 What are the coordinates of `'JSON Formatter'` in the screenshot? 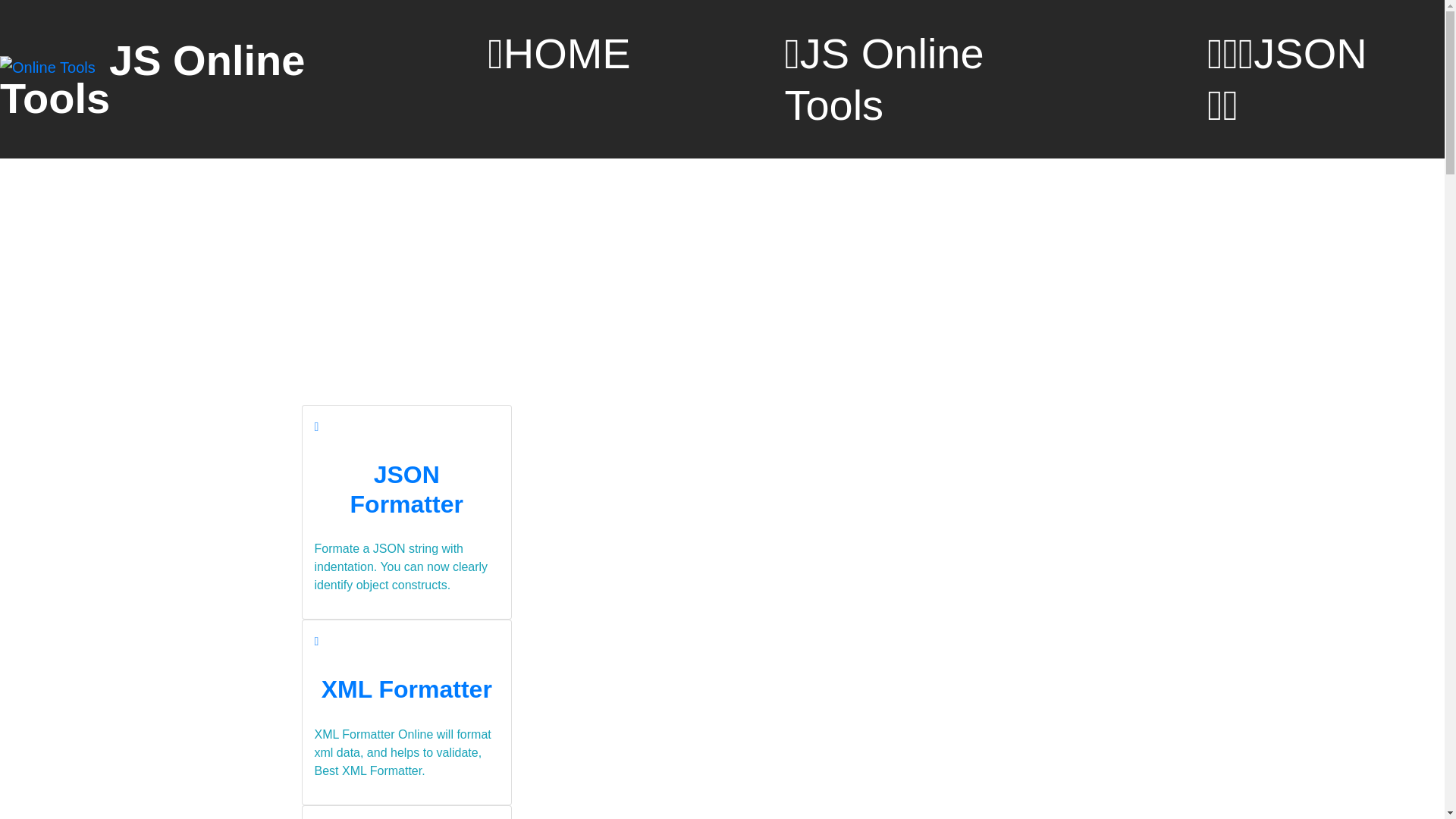 It's located at (406, 488).